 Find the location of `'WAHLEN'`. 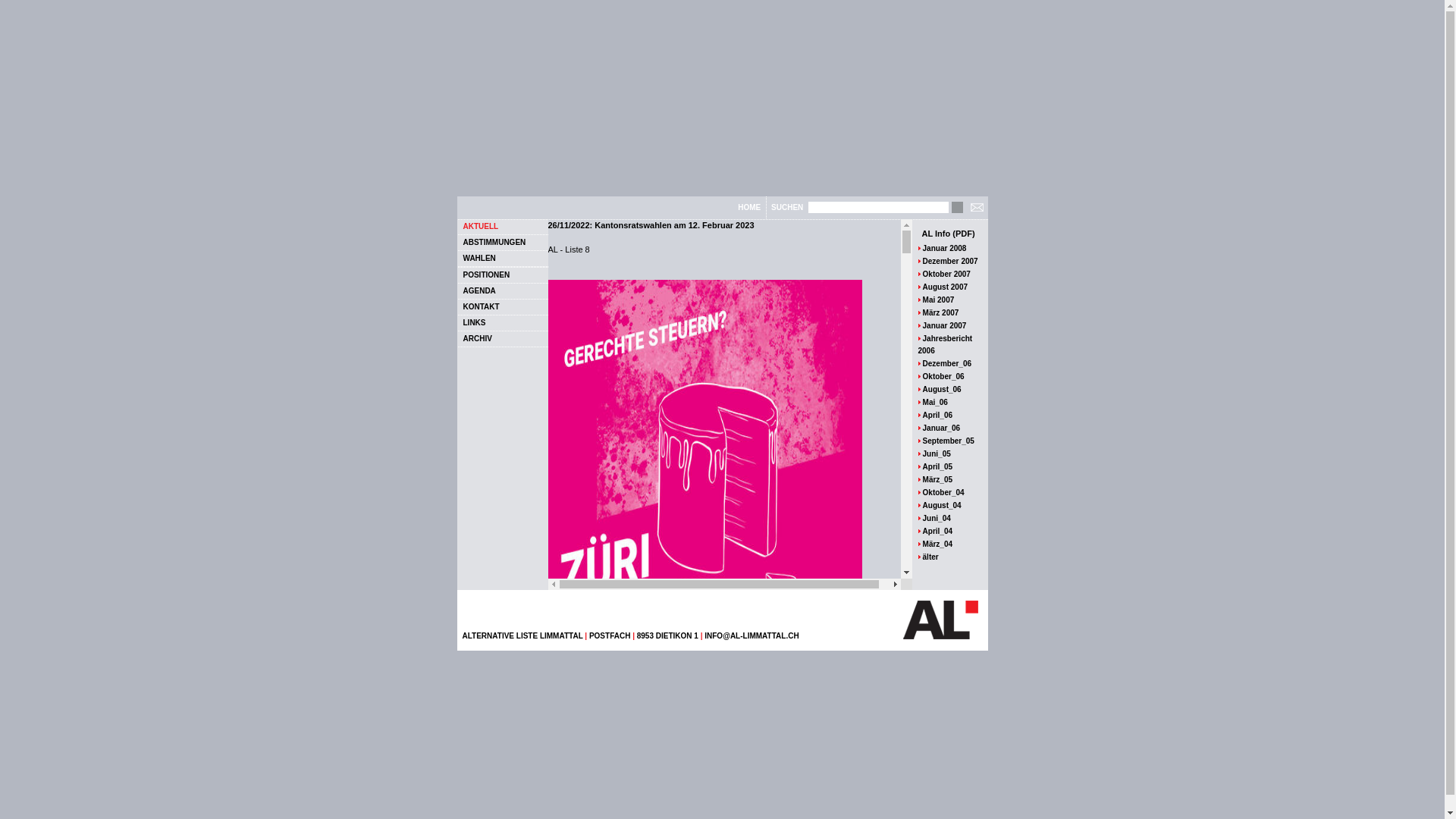

'WAHLEN' is located at coordinates (461, 256).